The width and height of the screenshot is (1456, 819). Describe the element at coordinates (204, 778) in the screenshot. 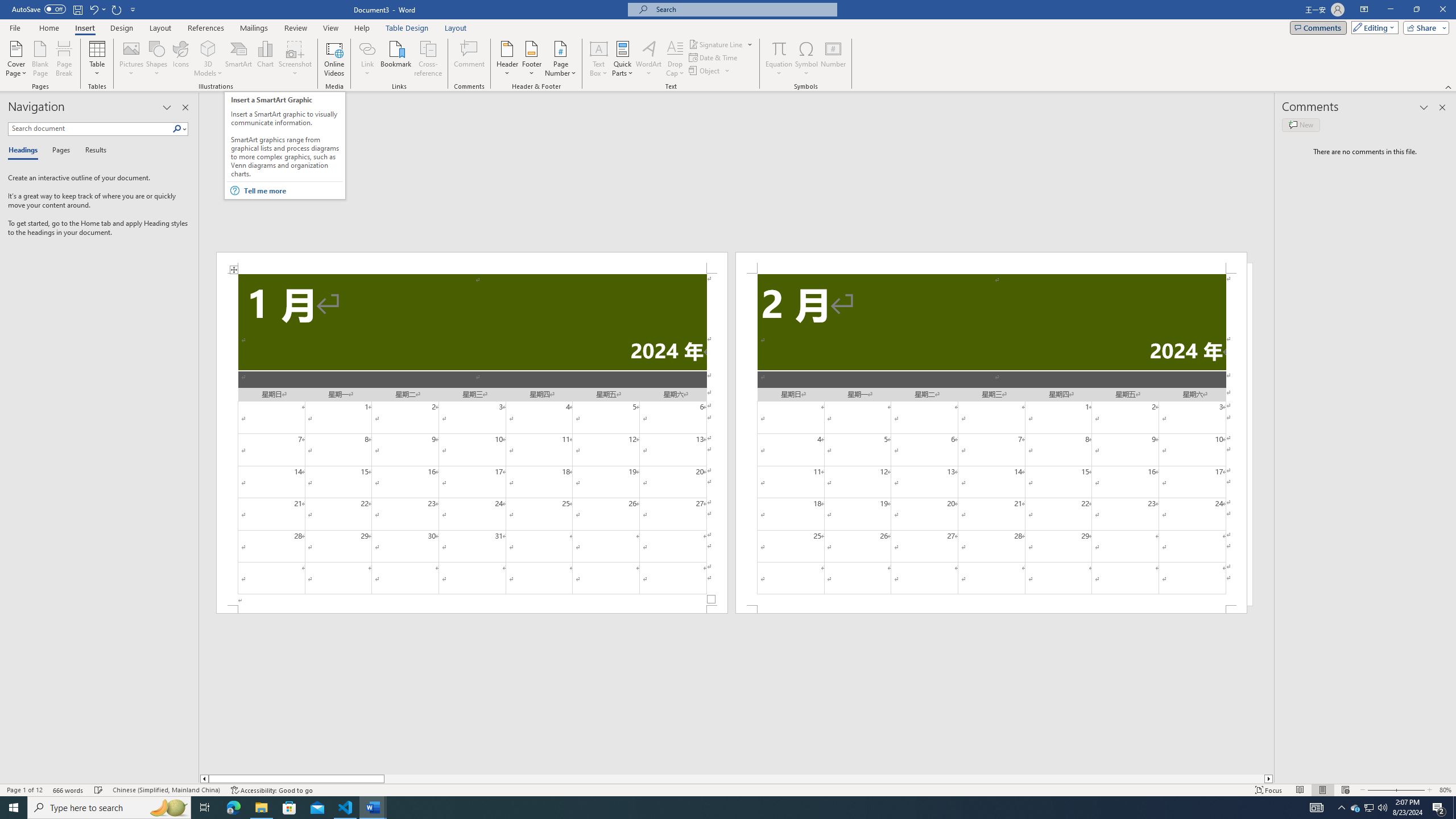

I see `'Column left'` at that location.